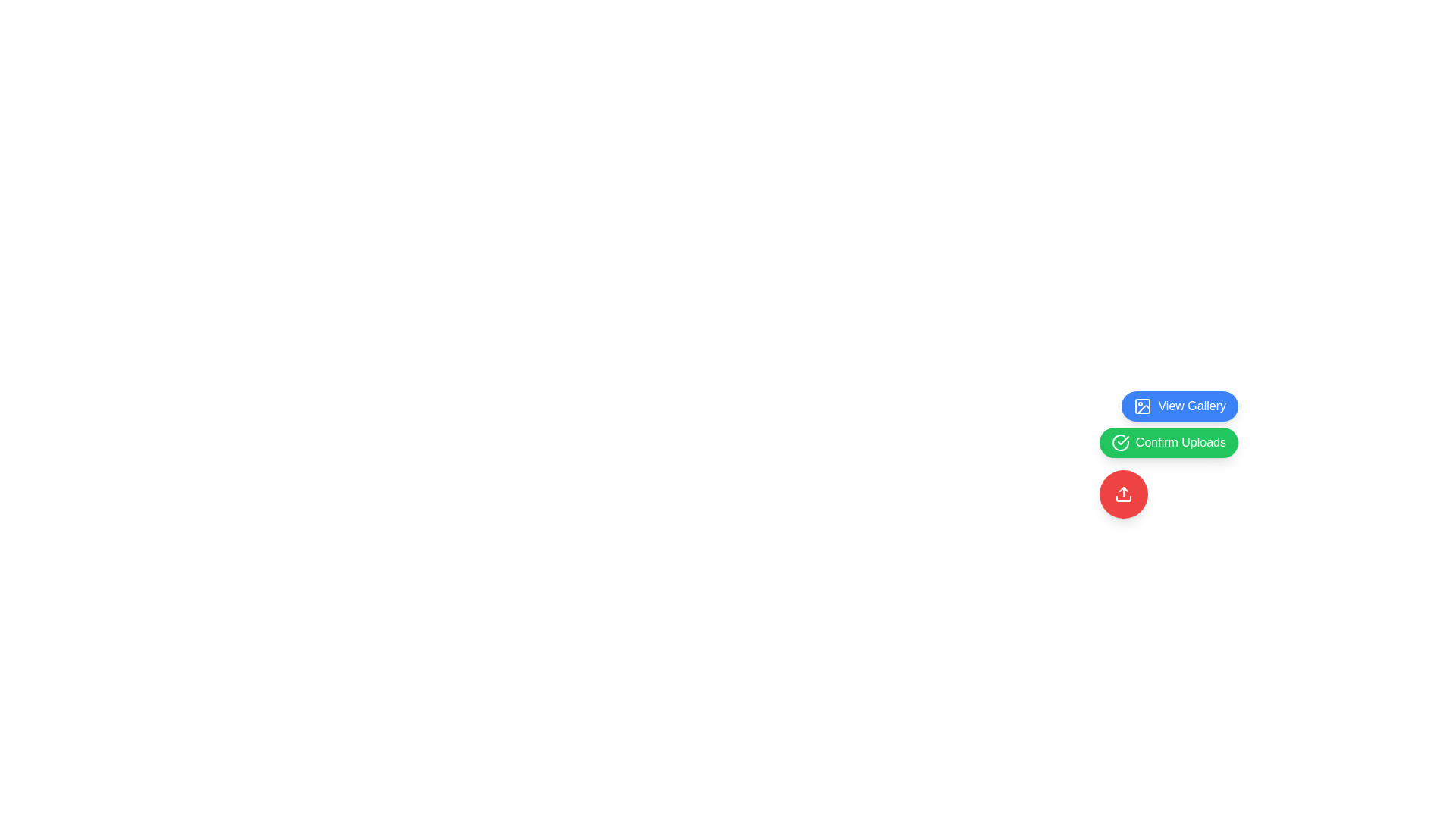 The image size is (1456, 819). Describe the element at coordinates (1123, 494) in the screenshot. I see `the upload button located at the bottom-right of the interface, below the 'Confirm Uploads' green button` at that location.